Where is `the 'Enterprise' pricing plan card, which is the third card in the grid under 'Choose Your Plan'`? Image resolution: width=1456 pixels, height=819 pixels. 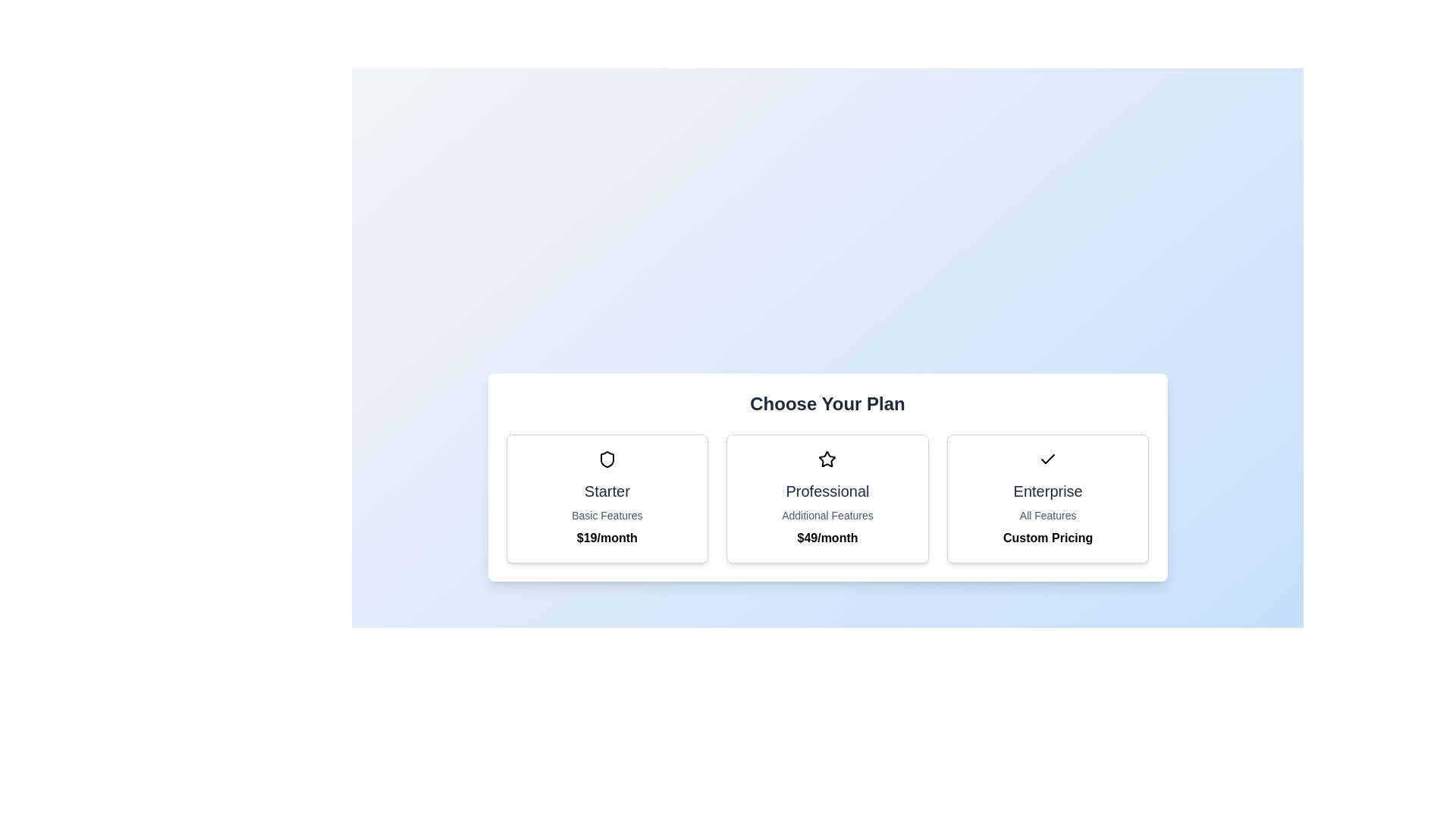 the 'Enterprise' pricing plan card, which is the third card in the grid under 'Choose Your Plan' is located at coordinates (1047, 499).